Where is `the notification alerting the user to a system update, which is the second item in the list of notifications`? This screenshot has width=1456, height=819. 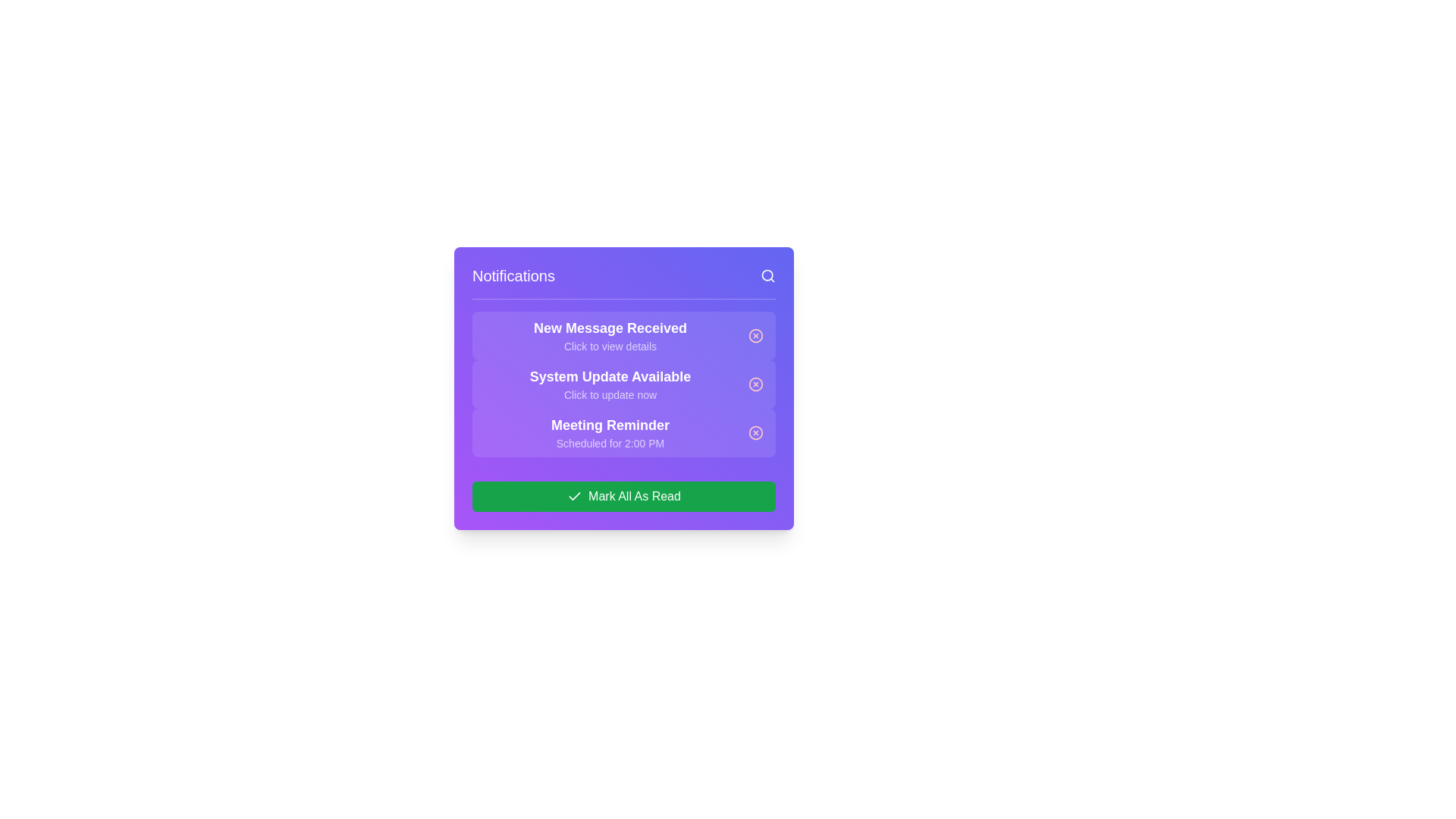 the notification alerting the user to a system update, which is the second item in the list of notifications is located at coordinates (610, 383).